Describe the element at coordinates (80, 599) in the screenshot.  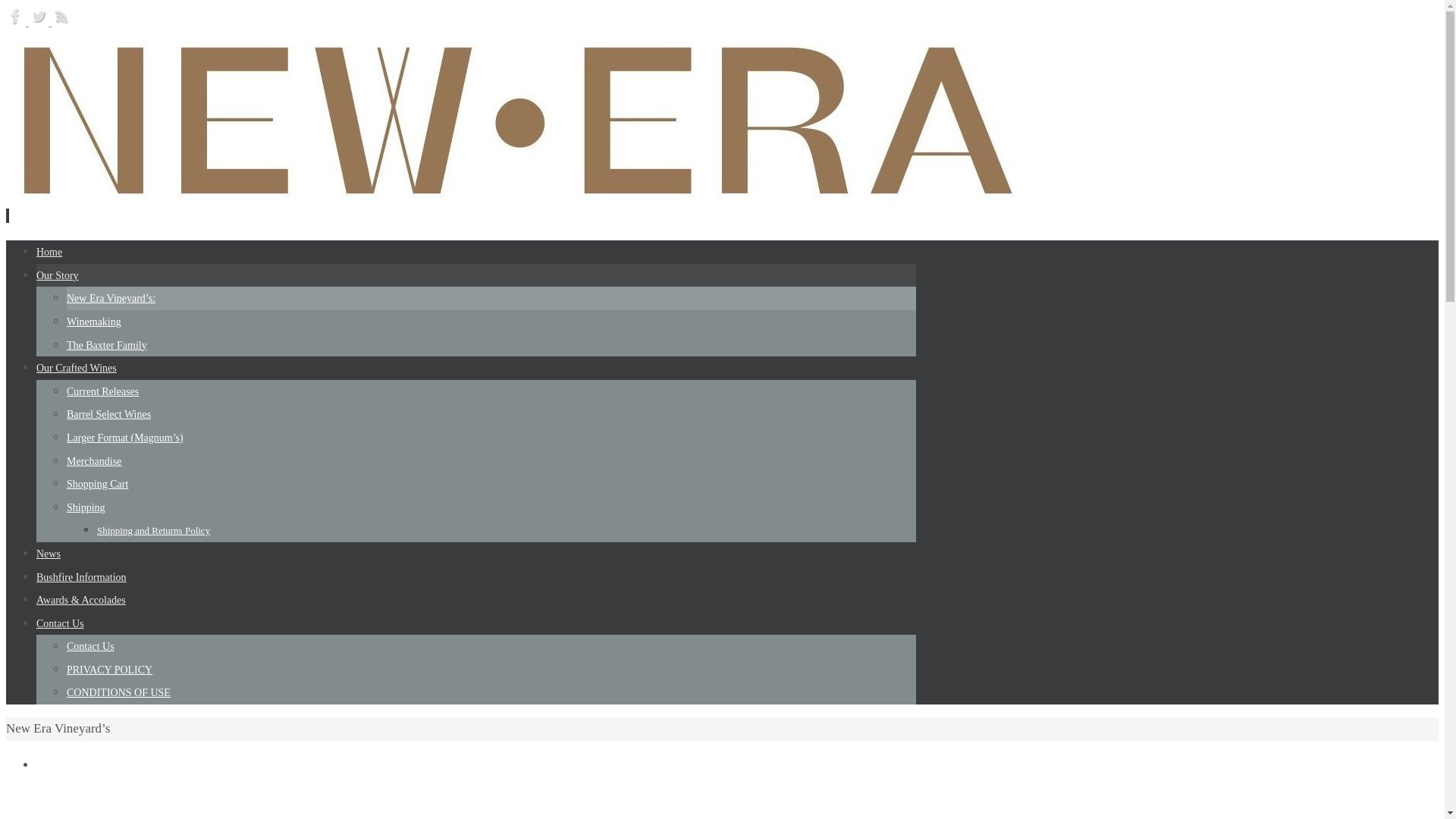
I see `'Awards & Accolades'` at that location.